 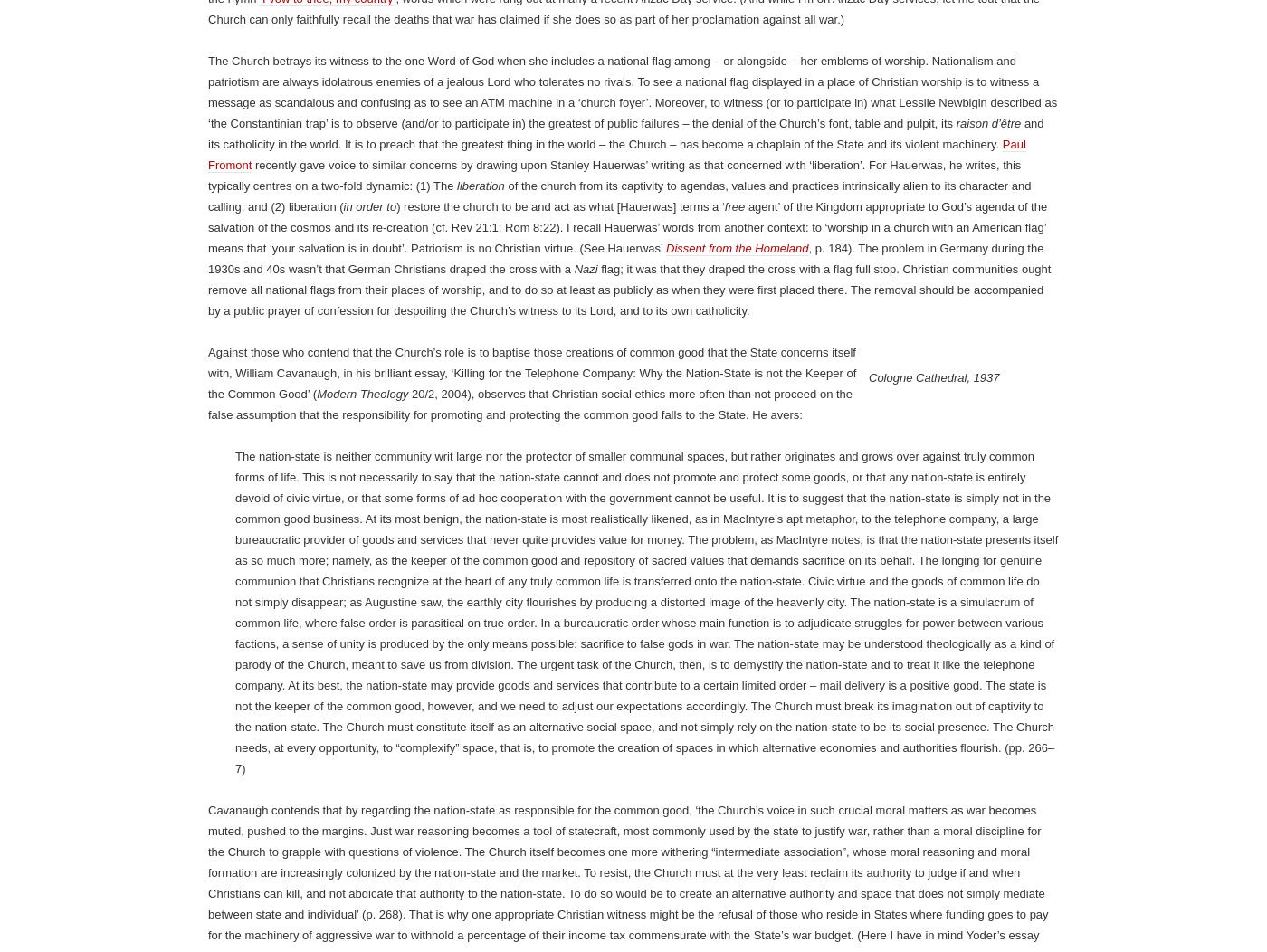 What do you see at coordinates (406, 48) in the screenshot?
I see `'Part II'` at bounding box center [406, 48].